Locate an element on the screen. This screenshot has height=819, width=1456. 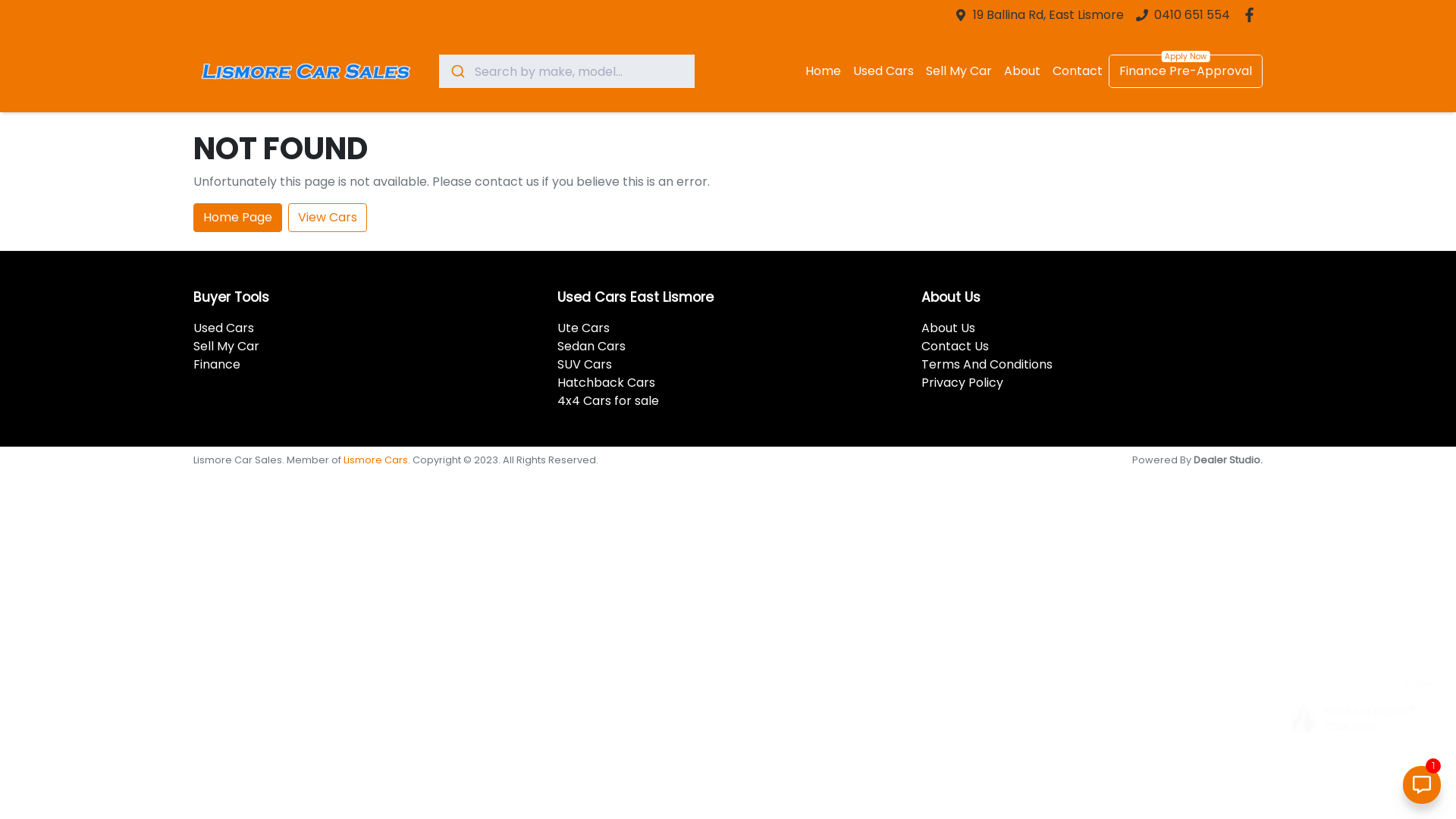
'19 Ballina Rd, East Lismore' is located at coordinates (1047, 14).